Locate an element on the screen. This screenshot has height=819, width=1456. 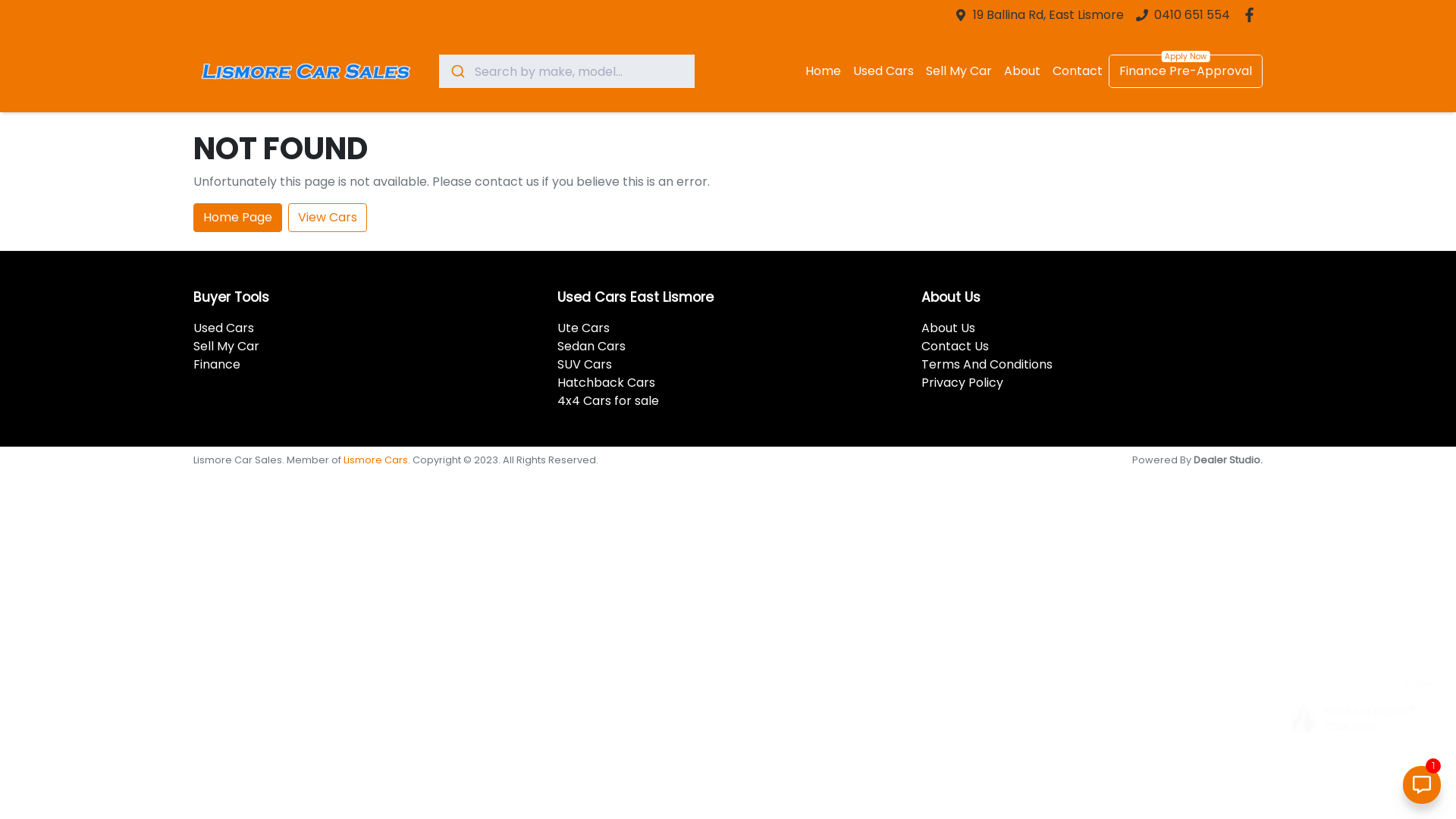
'19 Ballina Rd, East Lismore' is located at coordinates (1047, 14).